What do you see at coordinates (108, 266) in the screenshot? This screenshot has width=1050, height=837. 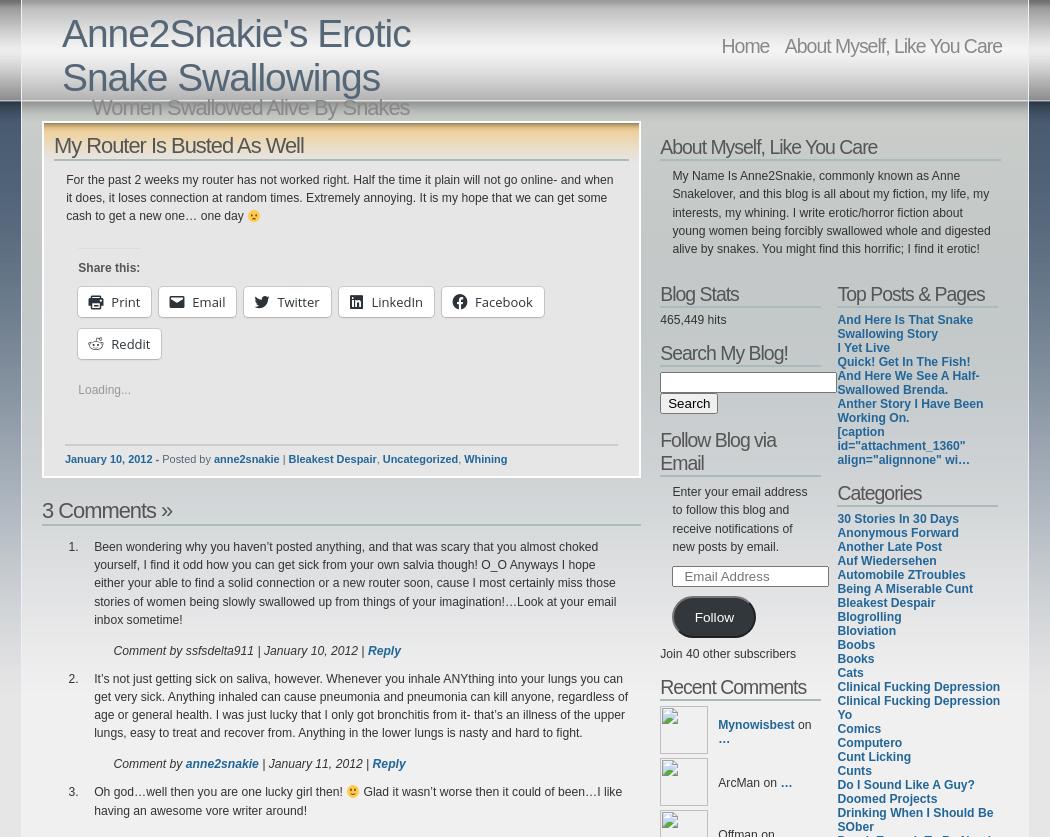 I see `'Share this:'` at bounding box center [108, 266].